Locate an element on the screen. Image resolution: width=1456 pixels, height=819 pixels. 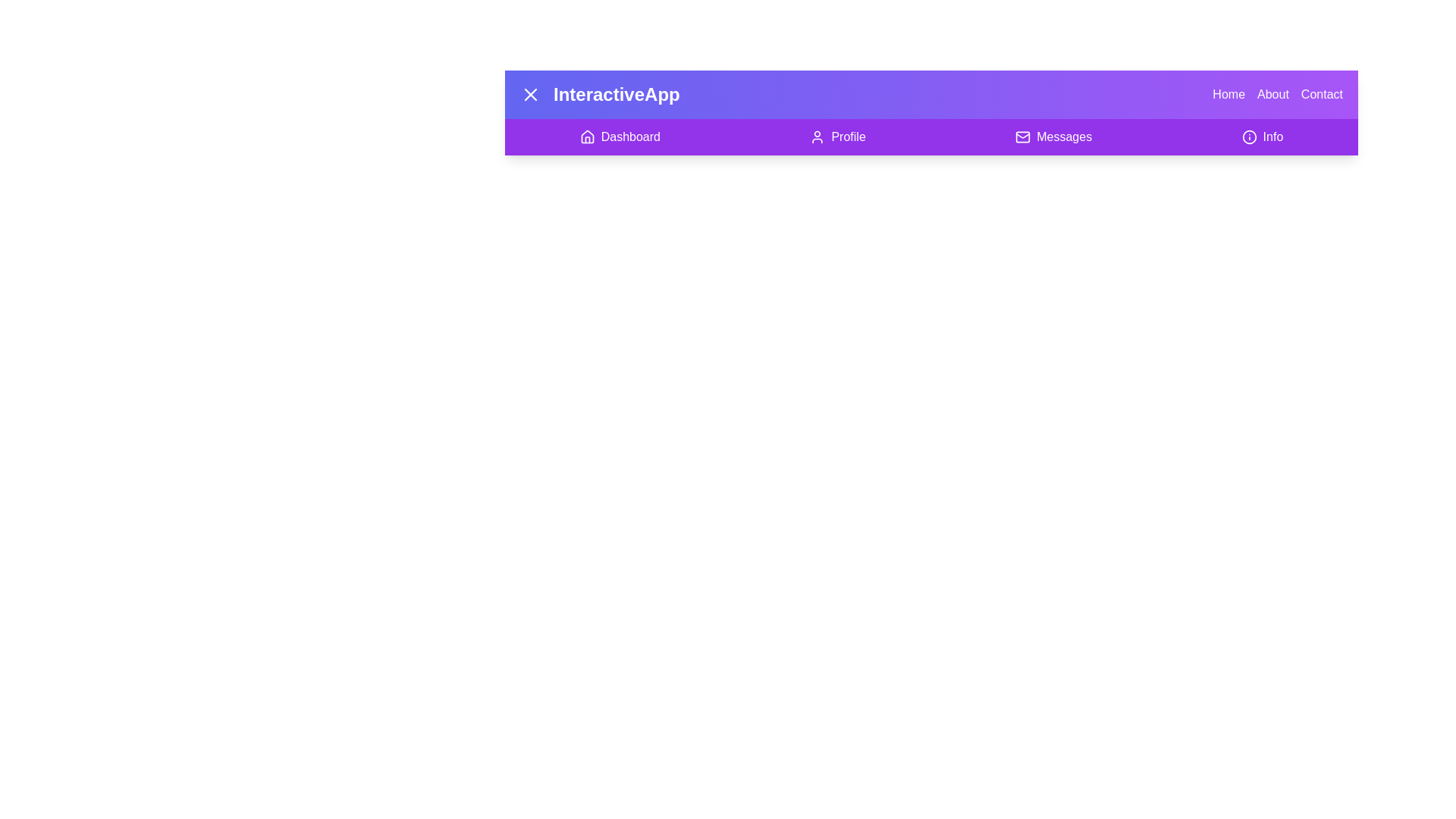
the navigation option About is located at coordinates (1273, 94).